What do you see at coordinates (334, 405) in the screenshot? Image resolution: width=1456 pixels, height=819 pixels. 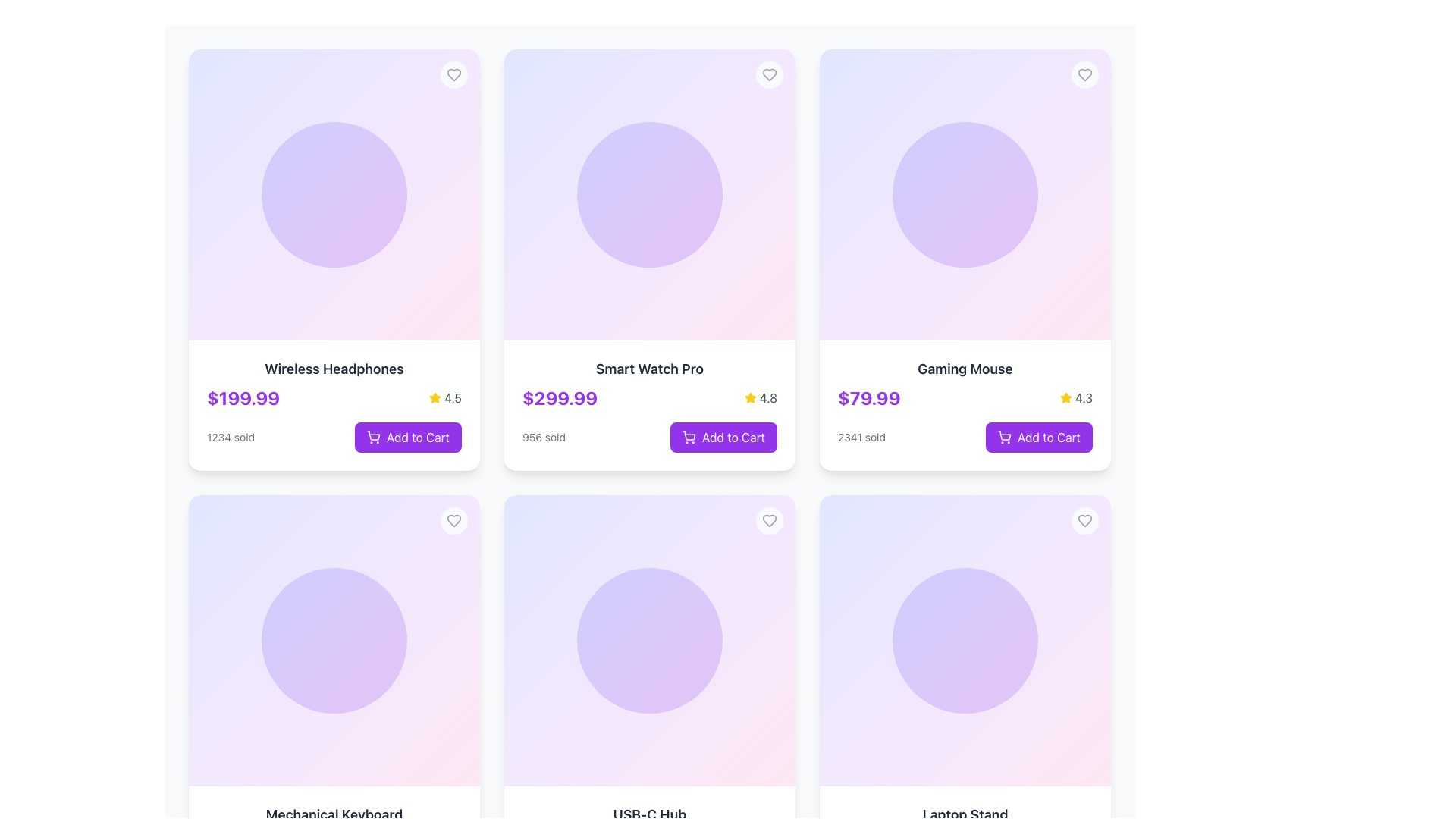 I see `product details from the Product Card titled 'Wireless Headphones' located in the top left of the grid layout, which includes the price, rating, and sales information` at bounding box center [334, 405].